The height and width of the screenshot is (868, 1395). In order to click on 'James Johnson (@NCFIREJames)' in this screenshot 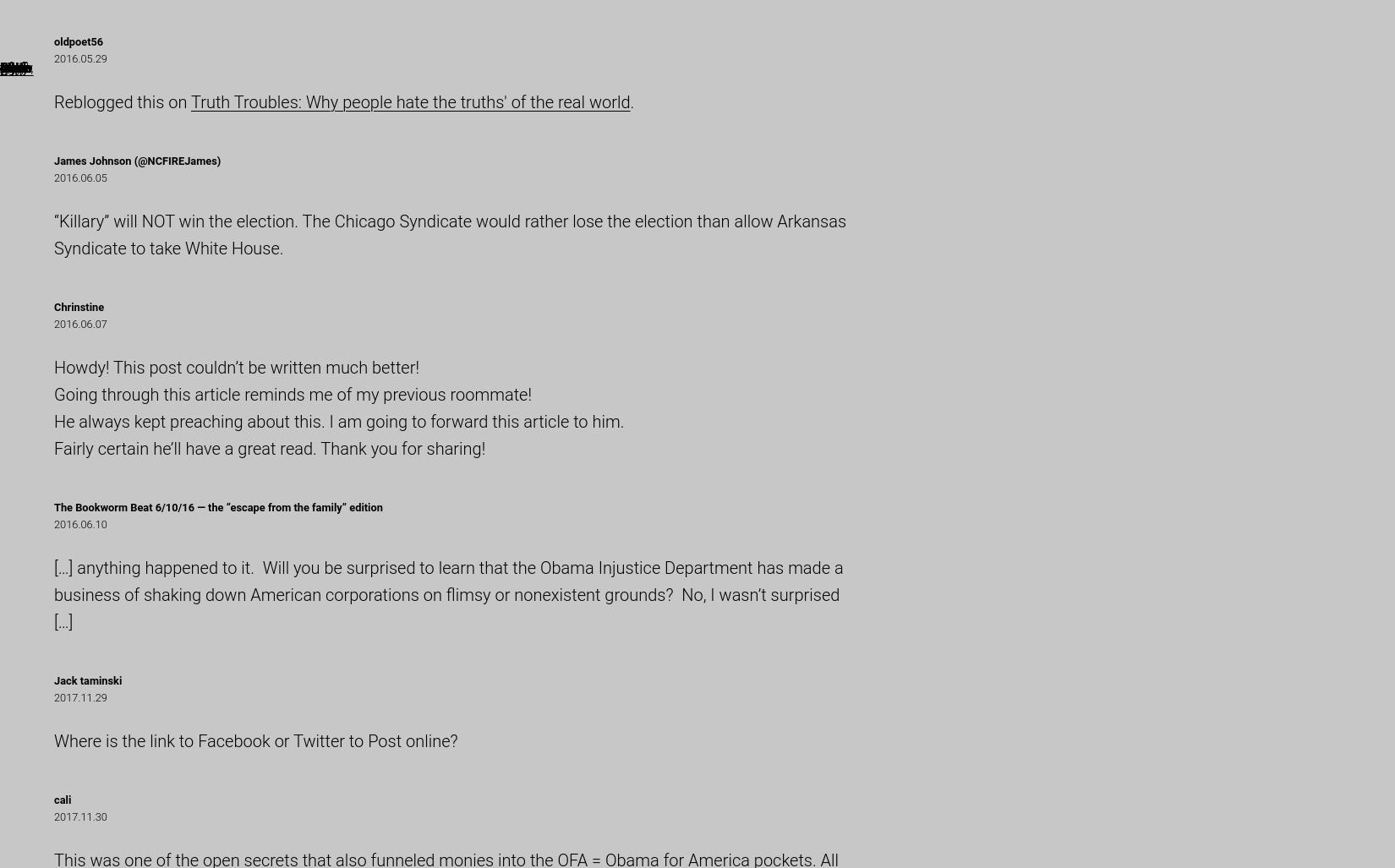, I will do `click(54, 159)`.